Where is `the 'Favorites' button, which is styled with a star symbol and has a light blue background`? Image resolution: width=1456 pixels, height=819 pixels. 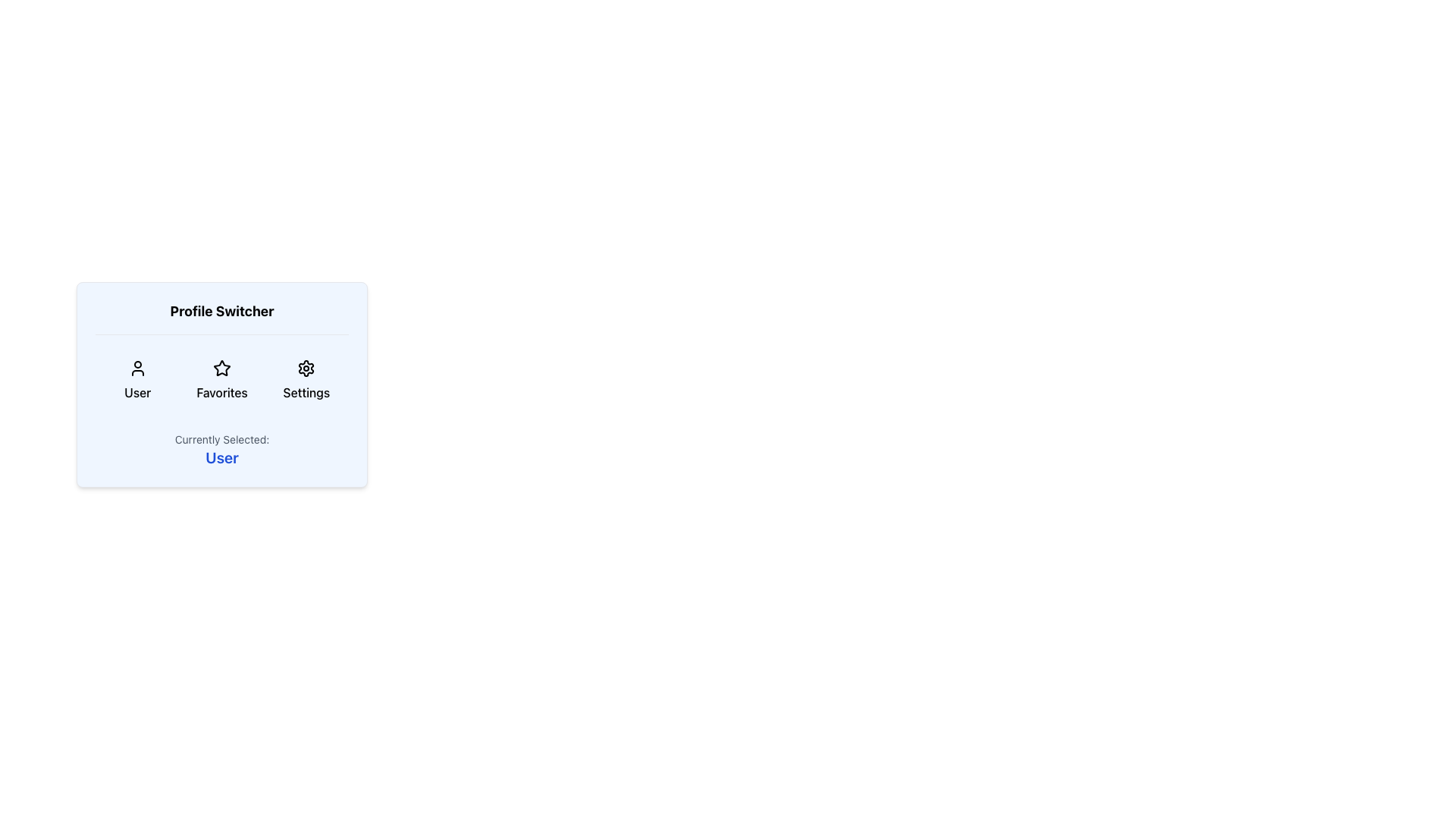
the 'Favorites' button, which is styled with a star symbol and has a light blue background is located at coordinates (221, 379).